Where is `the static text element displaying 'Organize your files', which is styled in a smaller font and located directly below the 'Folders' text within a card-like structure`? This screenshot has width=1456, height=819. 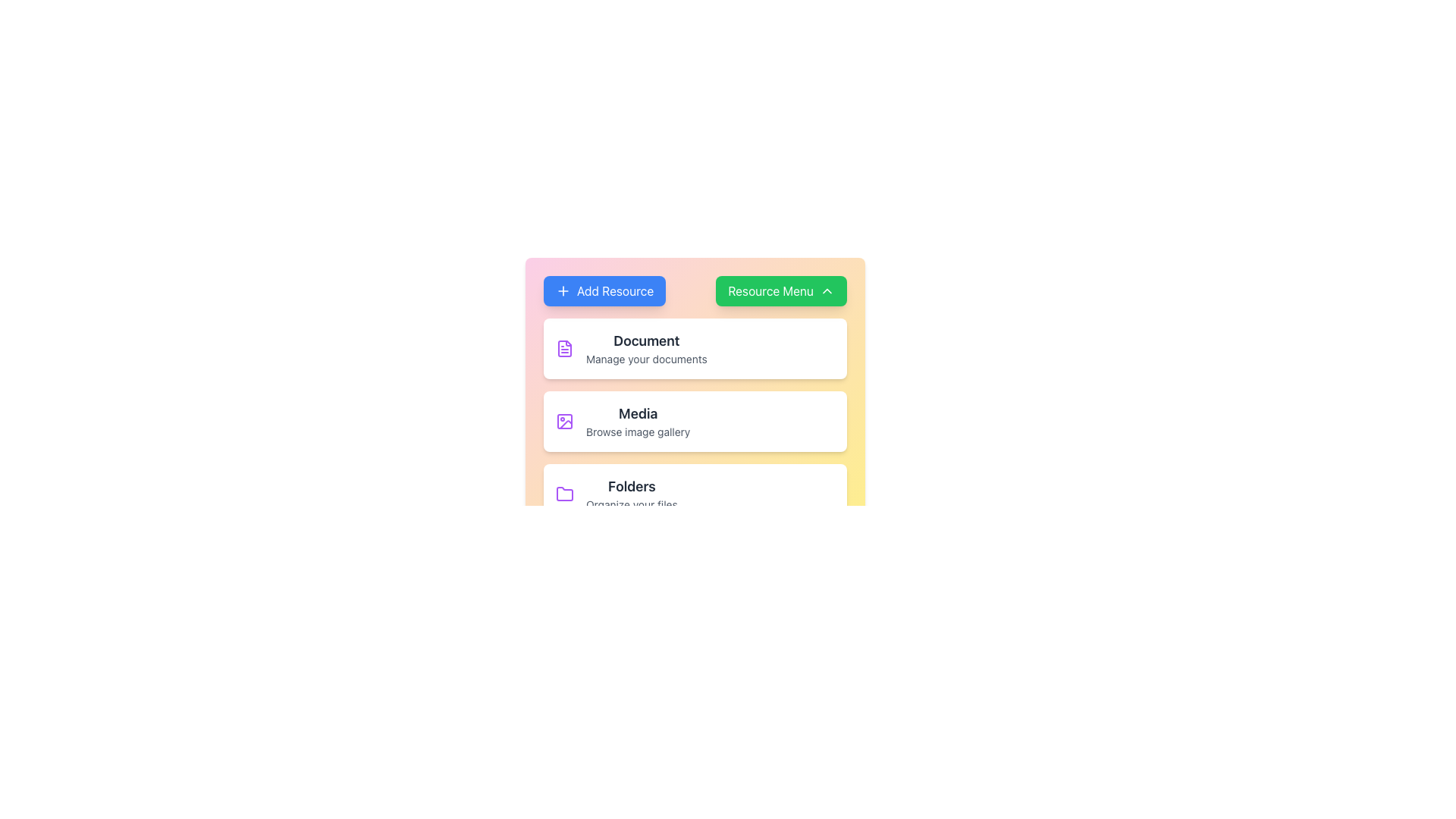
the static text element displaying 'Organize your files', which is styled in a smaller font and located directly below the 'Folders' text within a card-like structure is located at coordinates (632, 505).